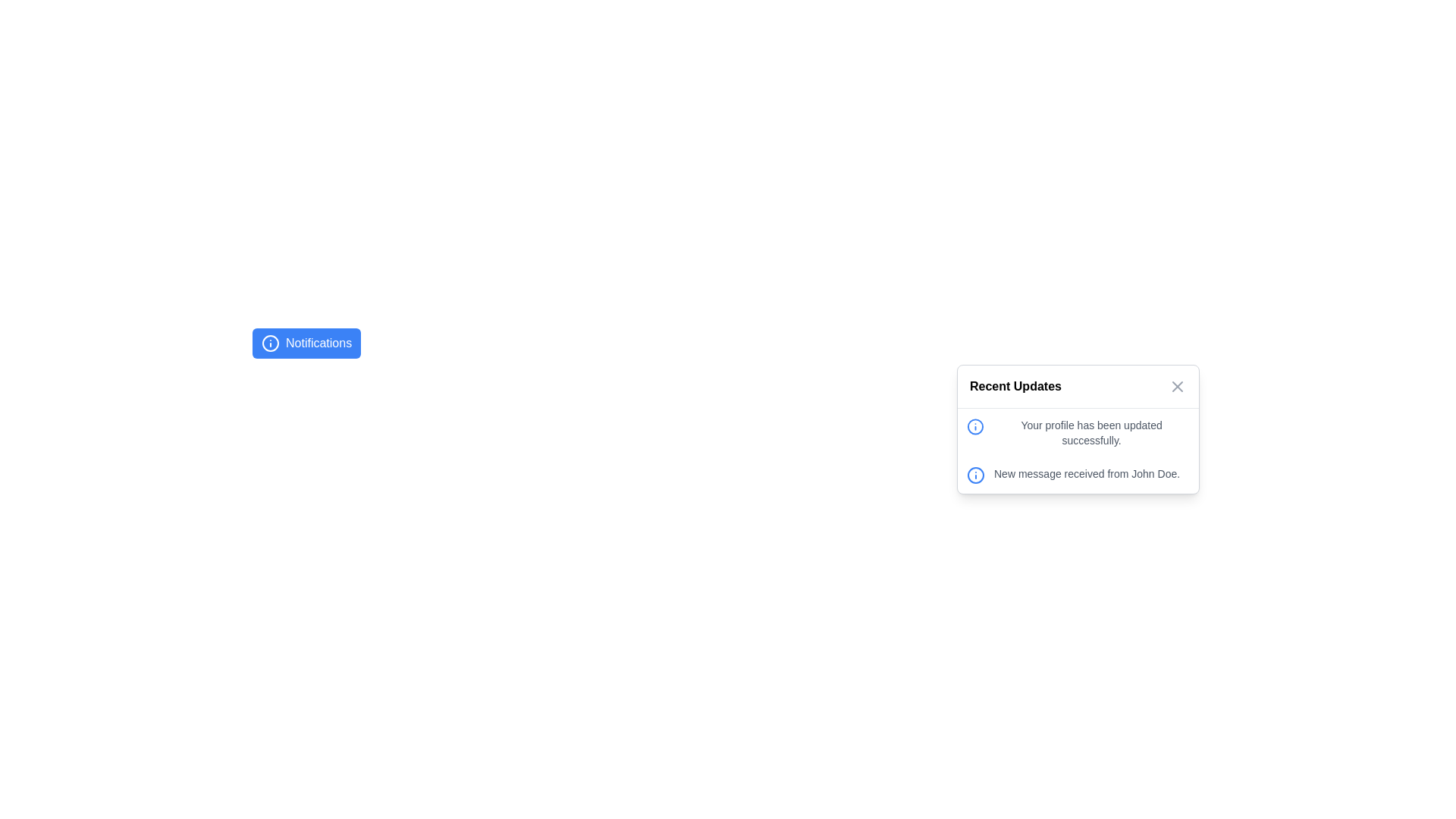 This screenshot has height=819, width=1456. Describe the element at coordinates (975, 475) in the screenshot. I see `the blue circular icon with a white fill, resembling an info or alert icon, located` at that location.